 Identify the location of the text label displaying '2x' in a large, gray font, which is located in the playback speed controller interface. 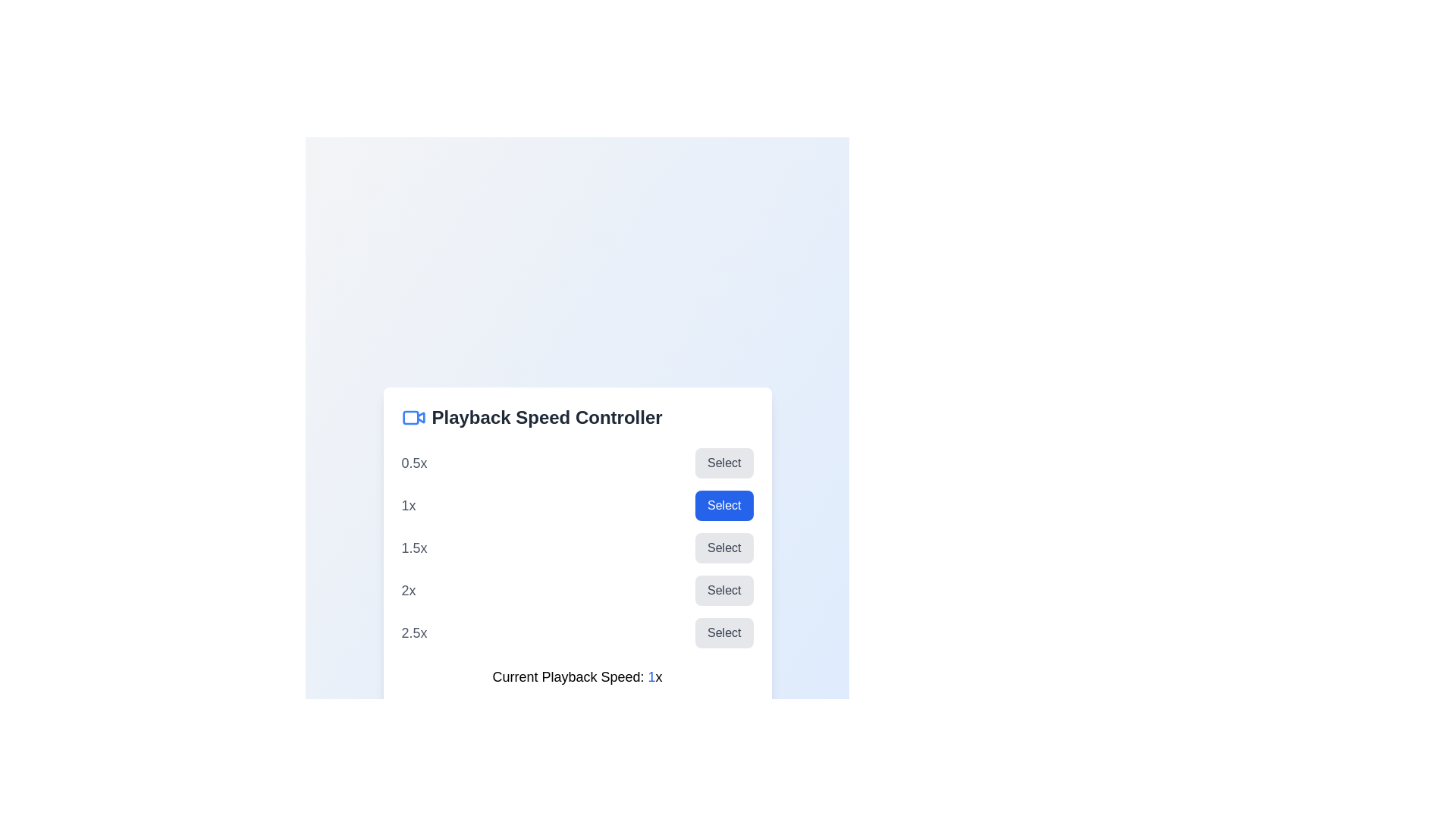
(408, 590).